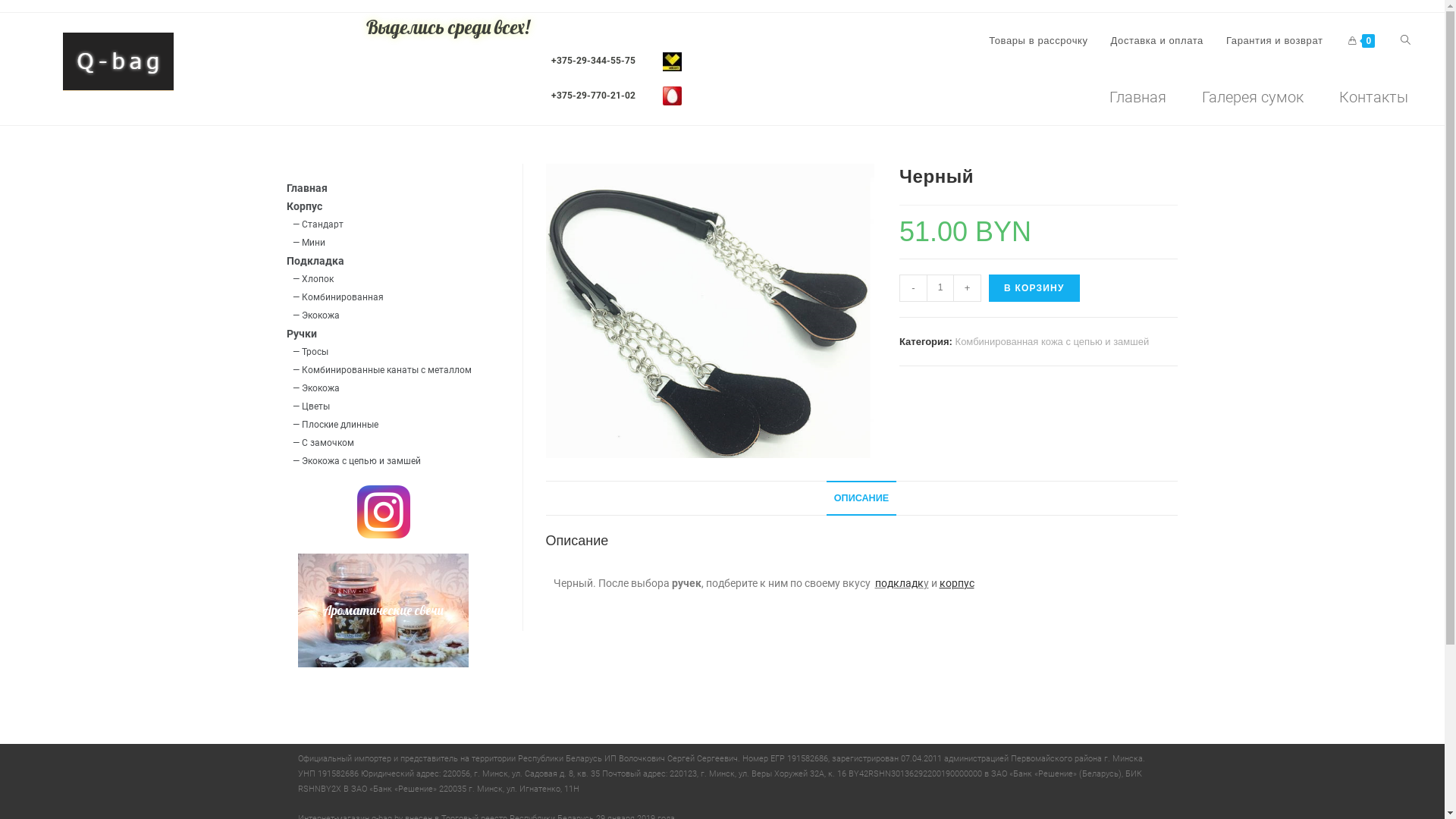 This screenshot has width=1456, height=819. I want to click on 'velcom_logo', so click(662, 60).